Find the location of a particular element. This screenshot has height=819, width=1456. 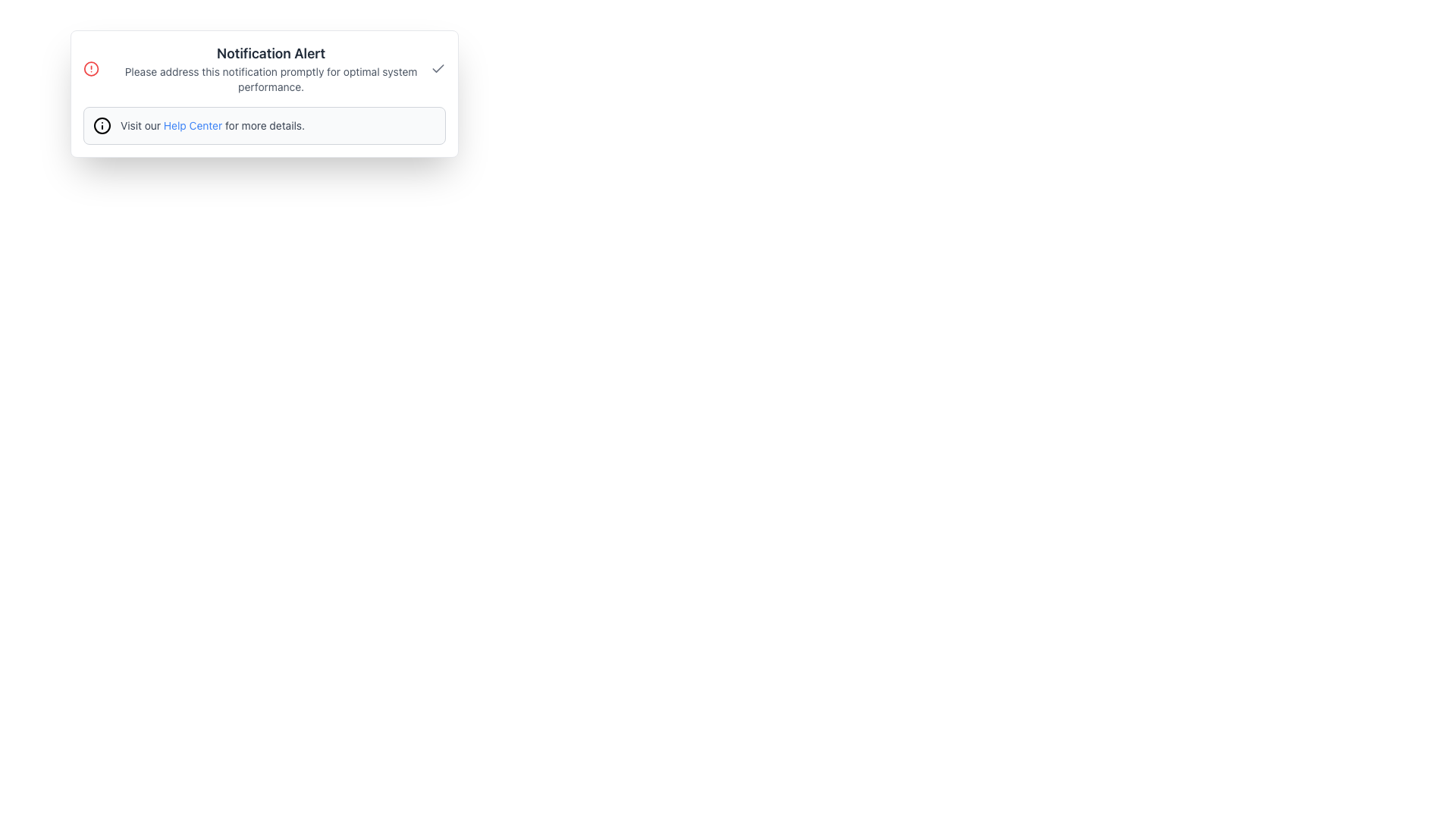

the interactive checkmark icon located in the top-right of the 'Notification Alert' panel to confirm or acknowledge the notification is located at coordinates (437, 69).